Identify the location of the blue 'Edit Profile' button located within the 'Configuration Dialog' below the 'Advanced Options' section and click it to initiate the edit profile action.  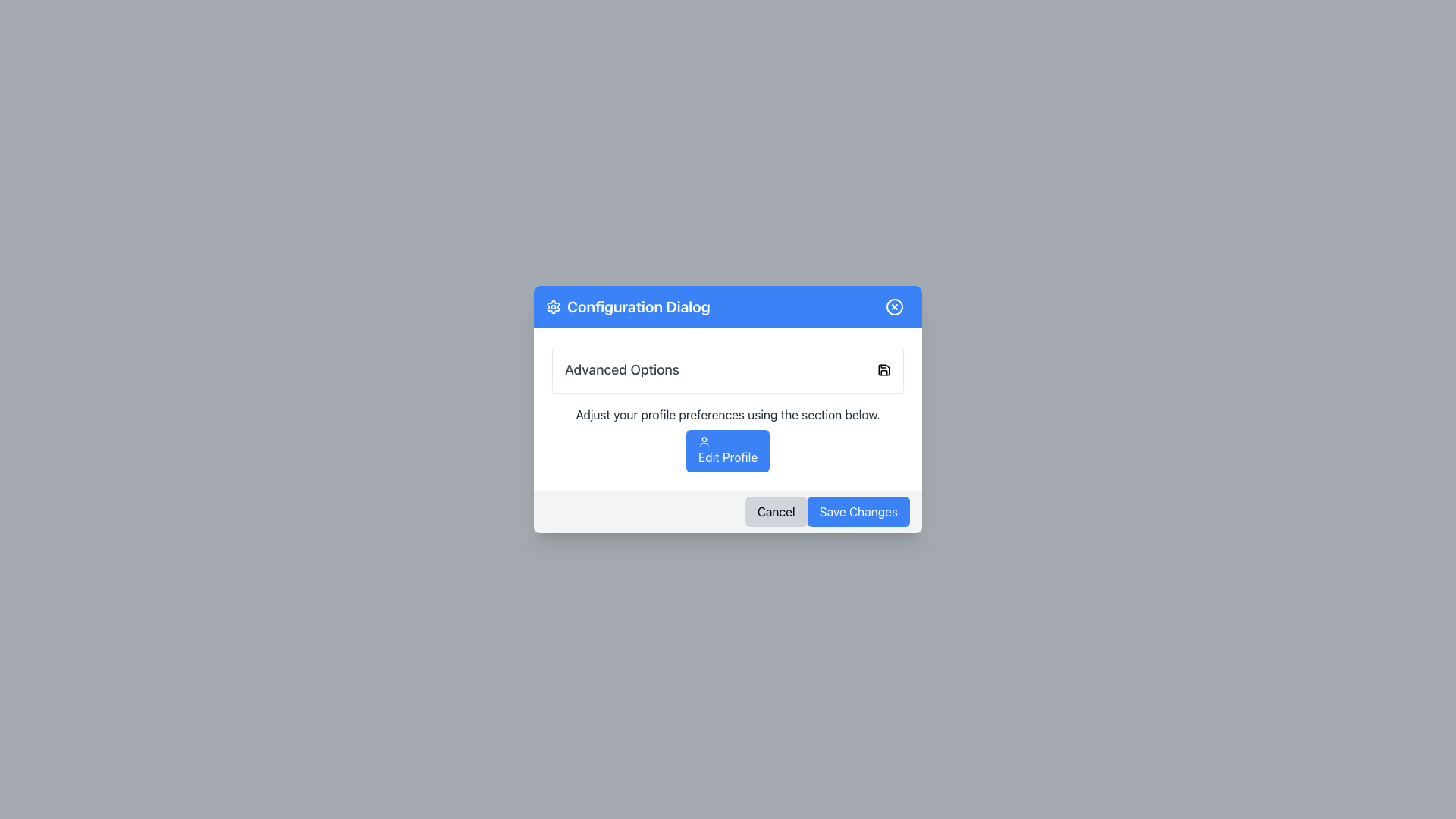
(728, 438).